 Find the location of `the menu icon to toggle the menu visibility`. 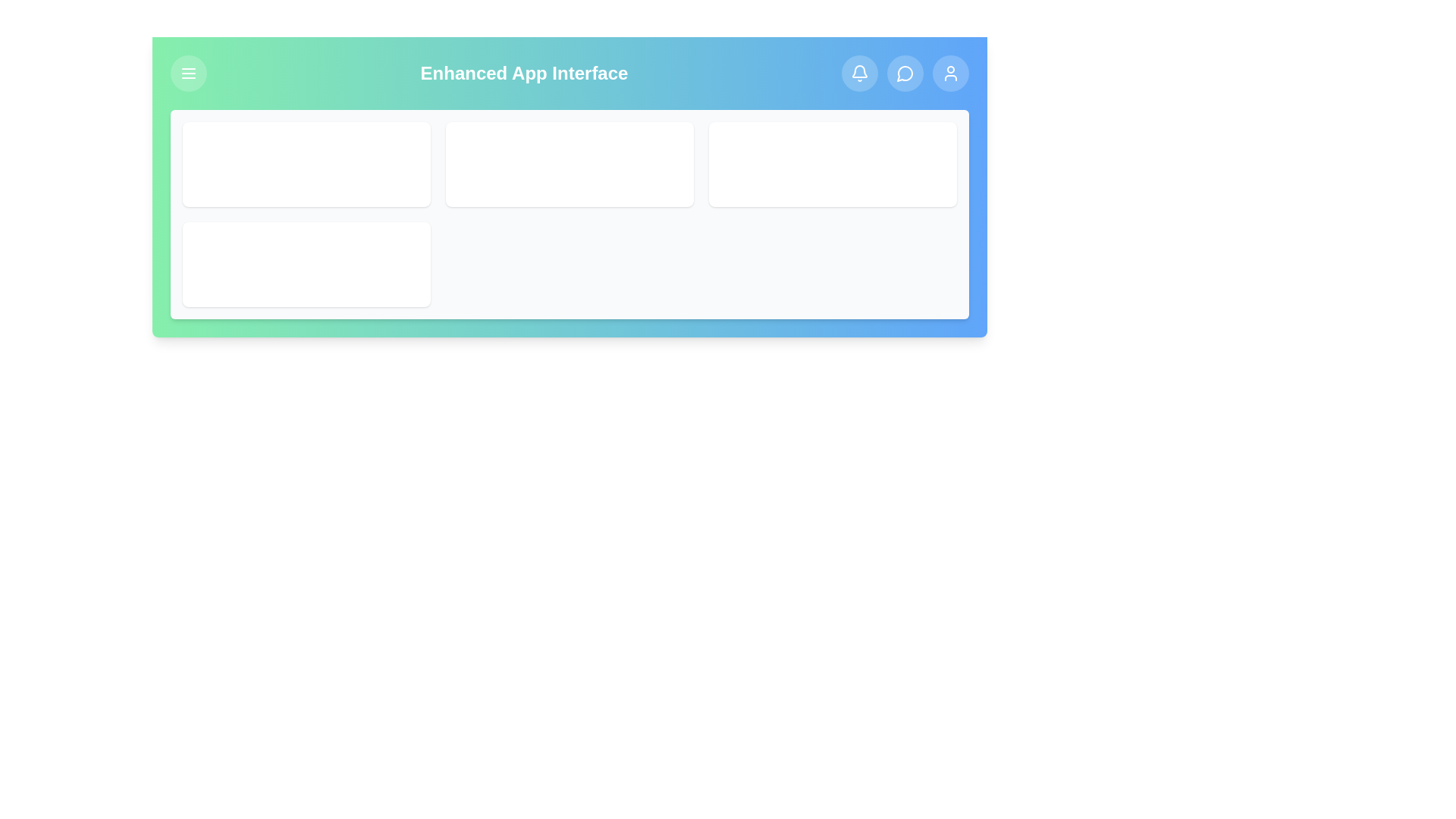

the menu icon to toggle the menu visibility is located at coordinates (188, 73).